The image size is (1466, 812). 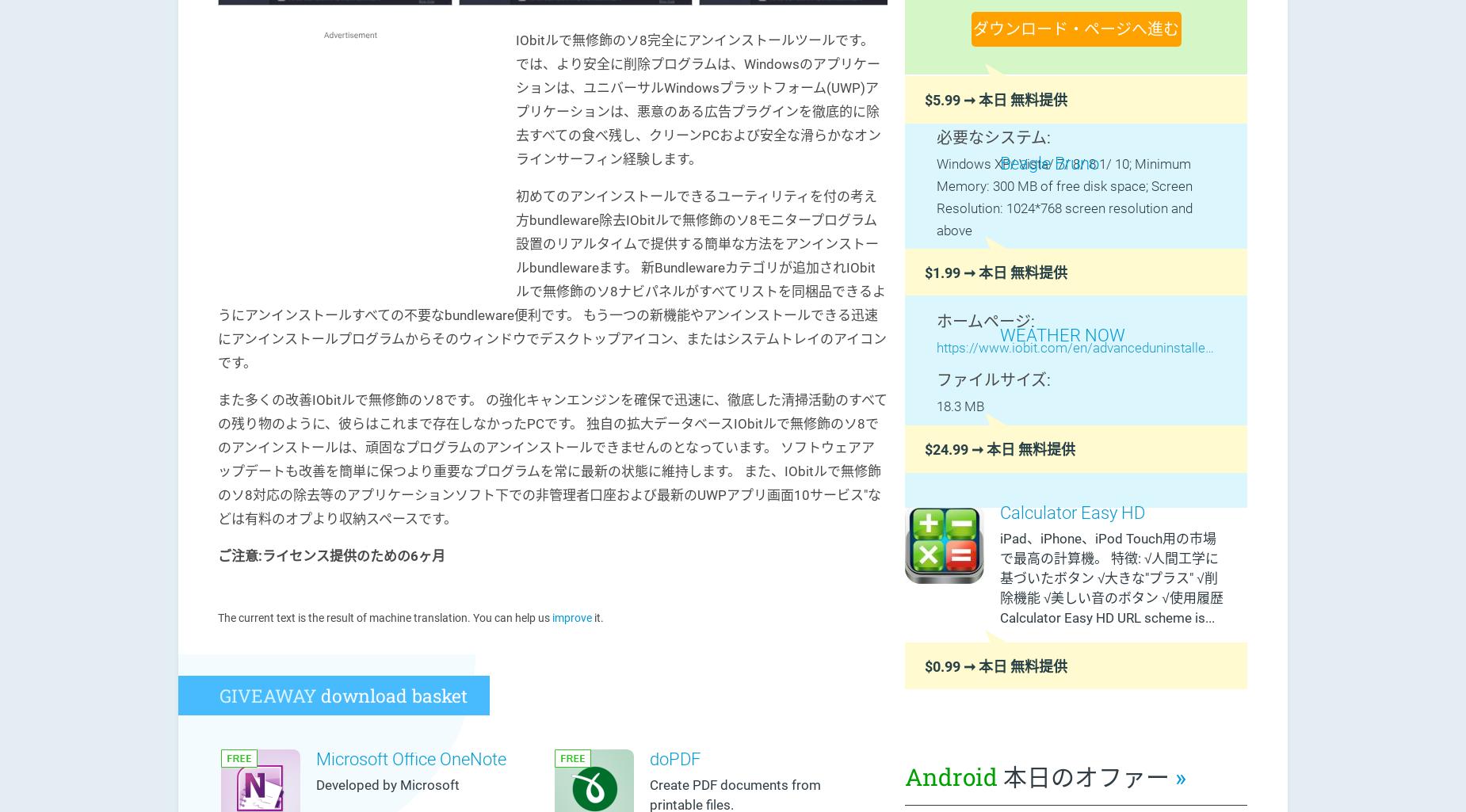 I want to click on 'iObit', so click(x=949, y=288).